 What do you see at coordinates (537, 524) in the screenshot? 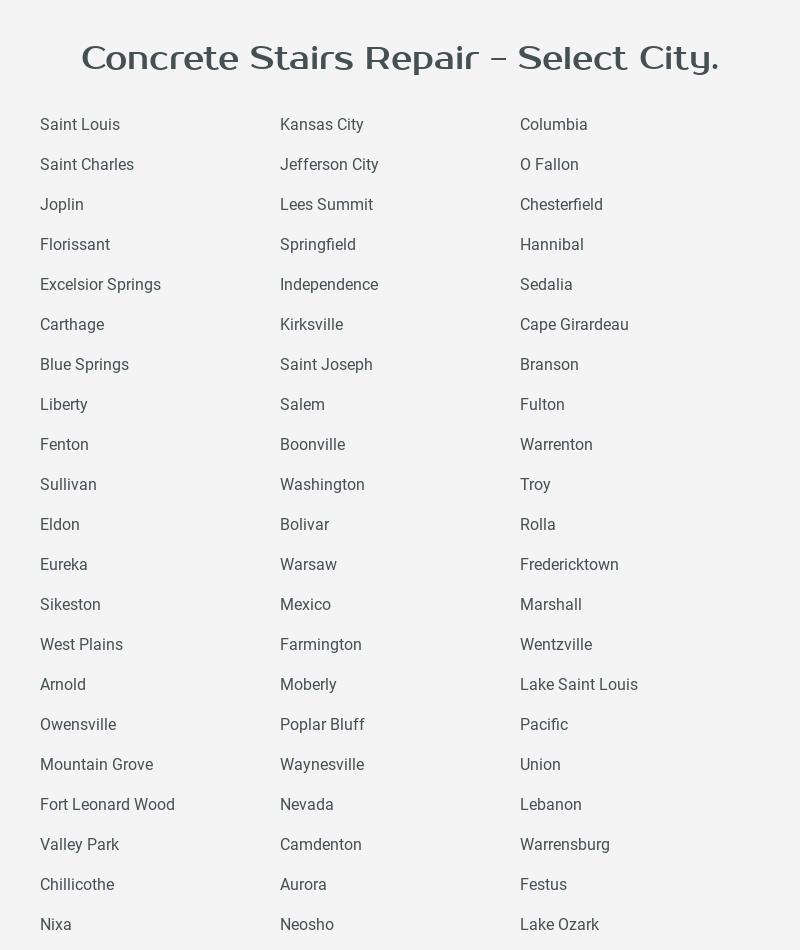
I see `'Rolla'` at bounding box center [537, 524].